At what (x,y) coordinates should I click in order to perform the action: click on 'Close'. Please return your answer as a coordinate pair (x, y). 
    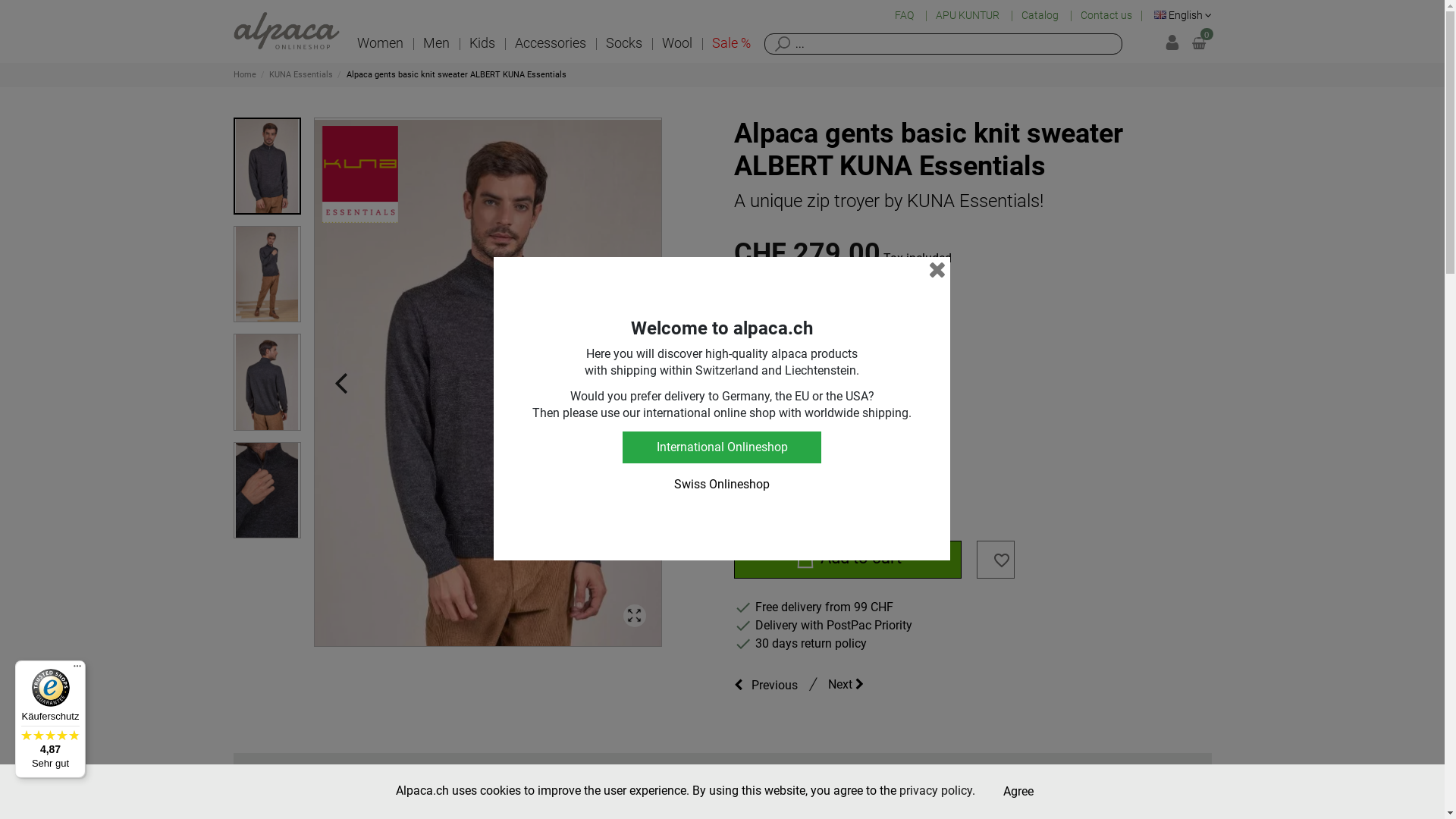
    Looking at the image, I should click on (937, 268).